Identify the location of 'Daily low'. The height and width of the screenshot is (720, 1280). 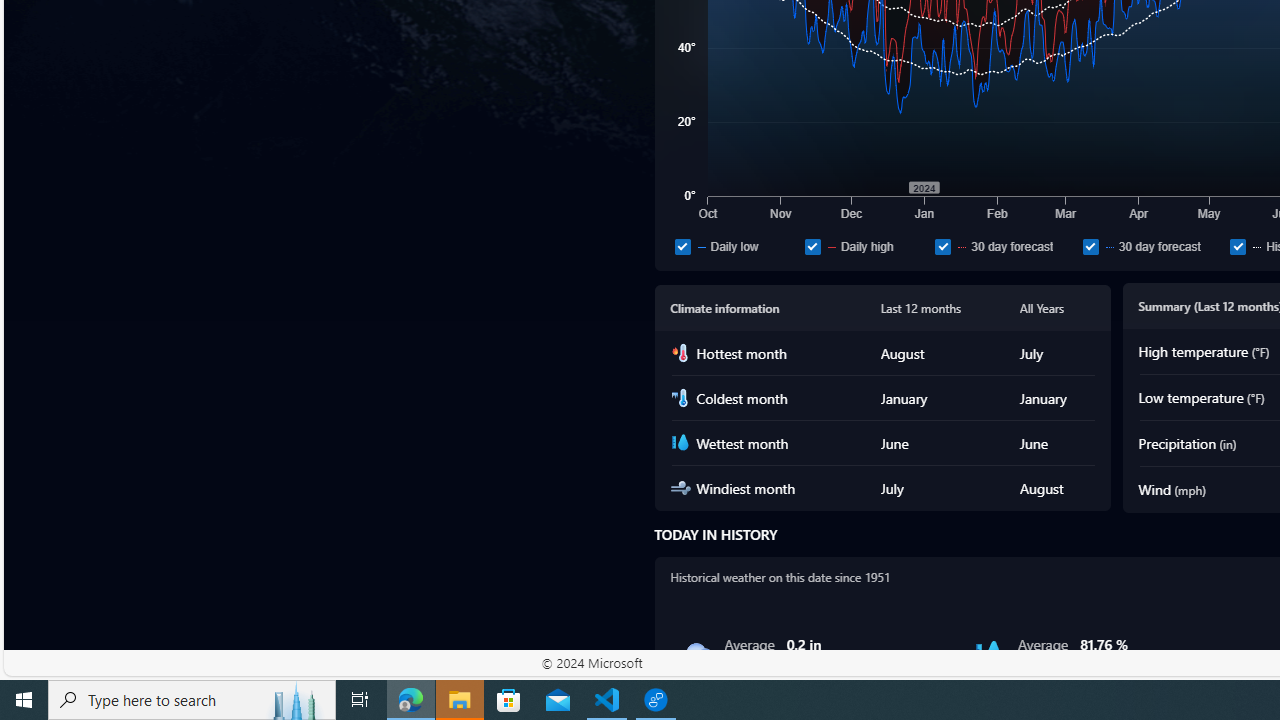
(735, 245).